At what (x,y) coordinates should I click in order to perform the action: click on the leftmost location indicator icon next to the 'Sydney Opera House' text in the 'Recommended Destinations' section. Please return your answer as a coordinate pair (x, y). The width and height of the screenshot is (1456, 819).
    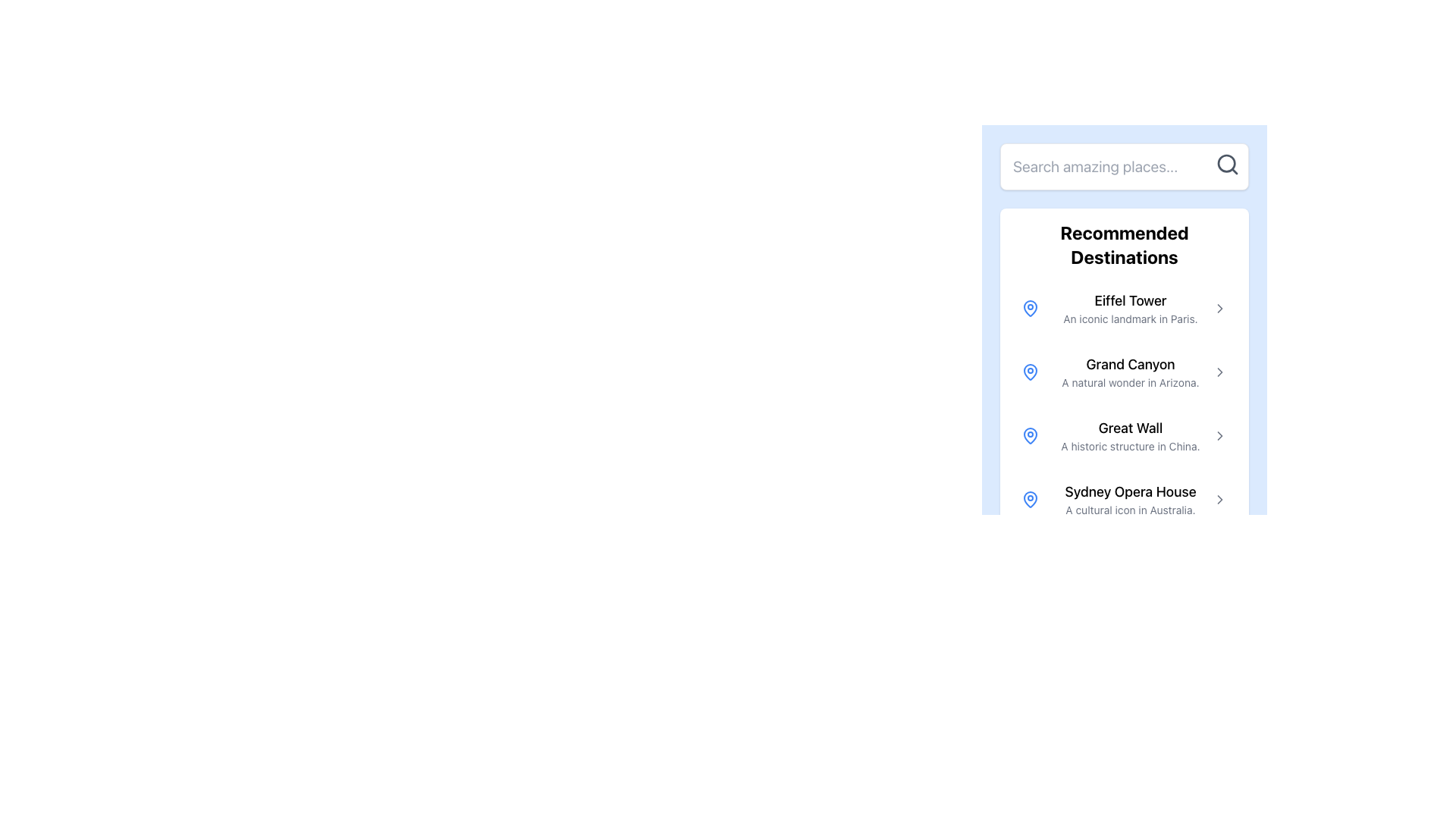
    Looking at the image, I should click on (1030, 500).